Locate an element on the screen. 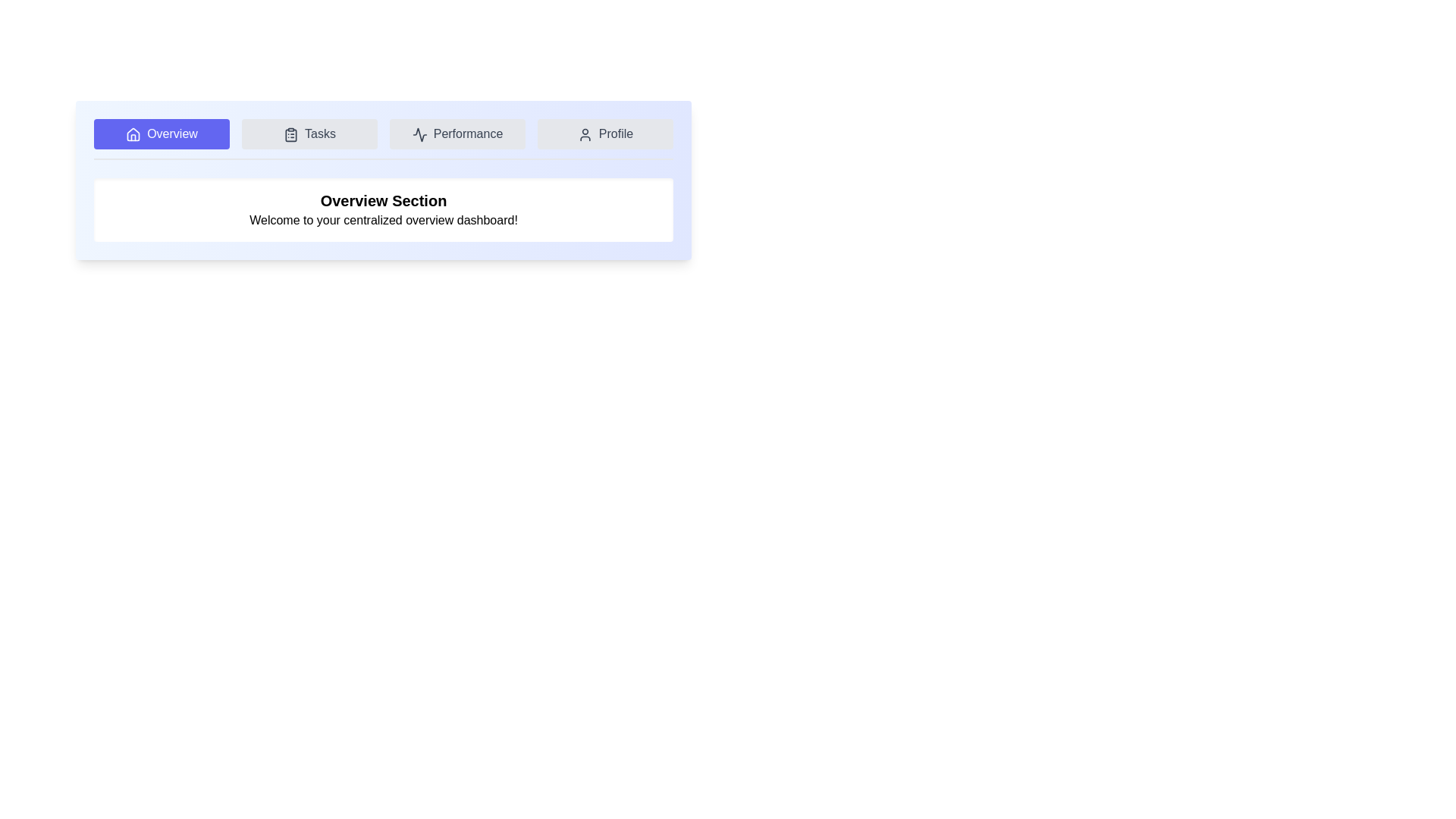 The image size is (1456, 819). the navigation button located between the 'Overview' and 'Performance' buttons is located at coordinates (309, 133).